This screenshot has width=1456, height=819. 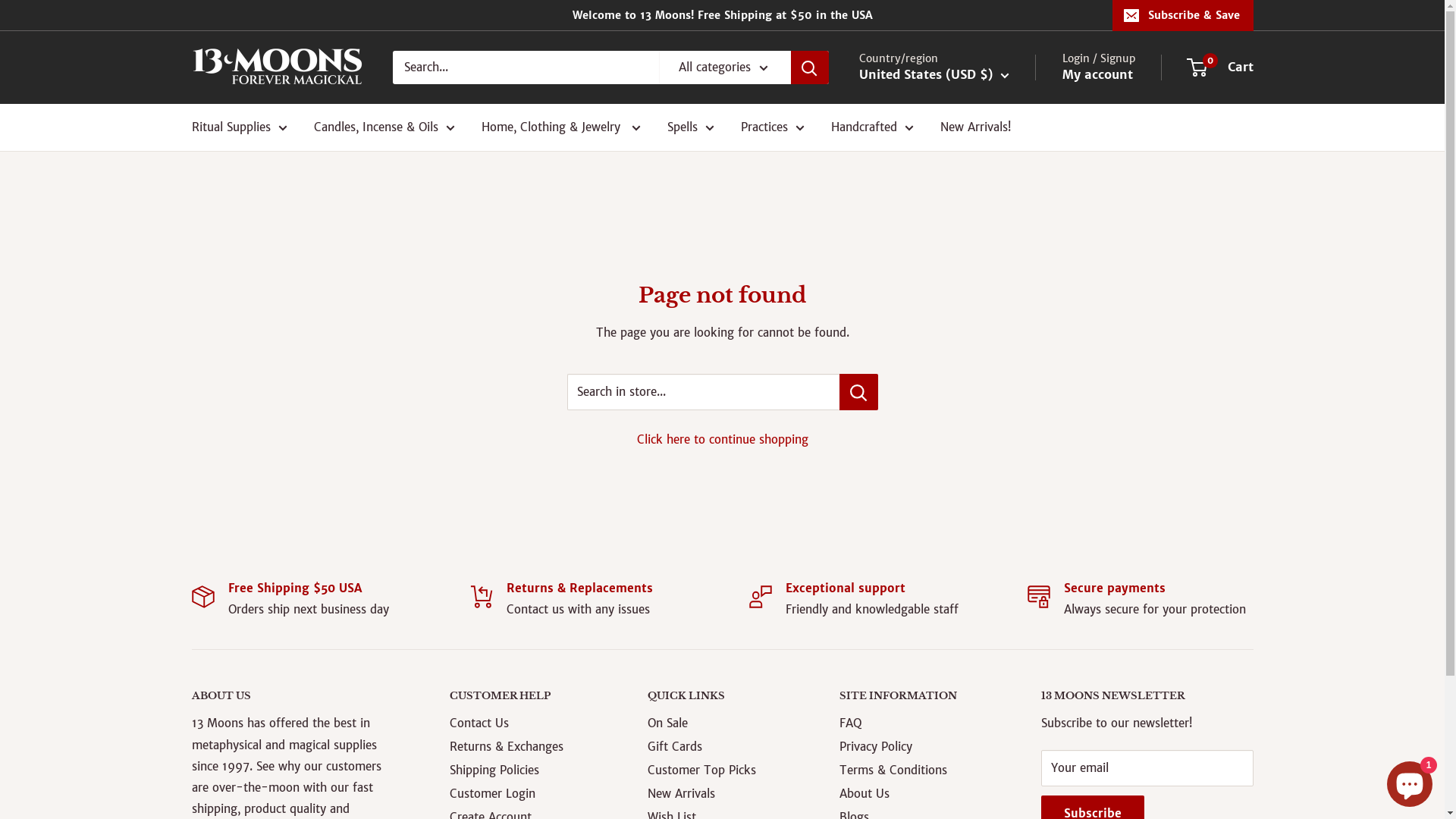 What do you see at coordinates (912, 745) in the screenshot?
I see `'Privacy Policy'` at bounding box center [912, 745].